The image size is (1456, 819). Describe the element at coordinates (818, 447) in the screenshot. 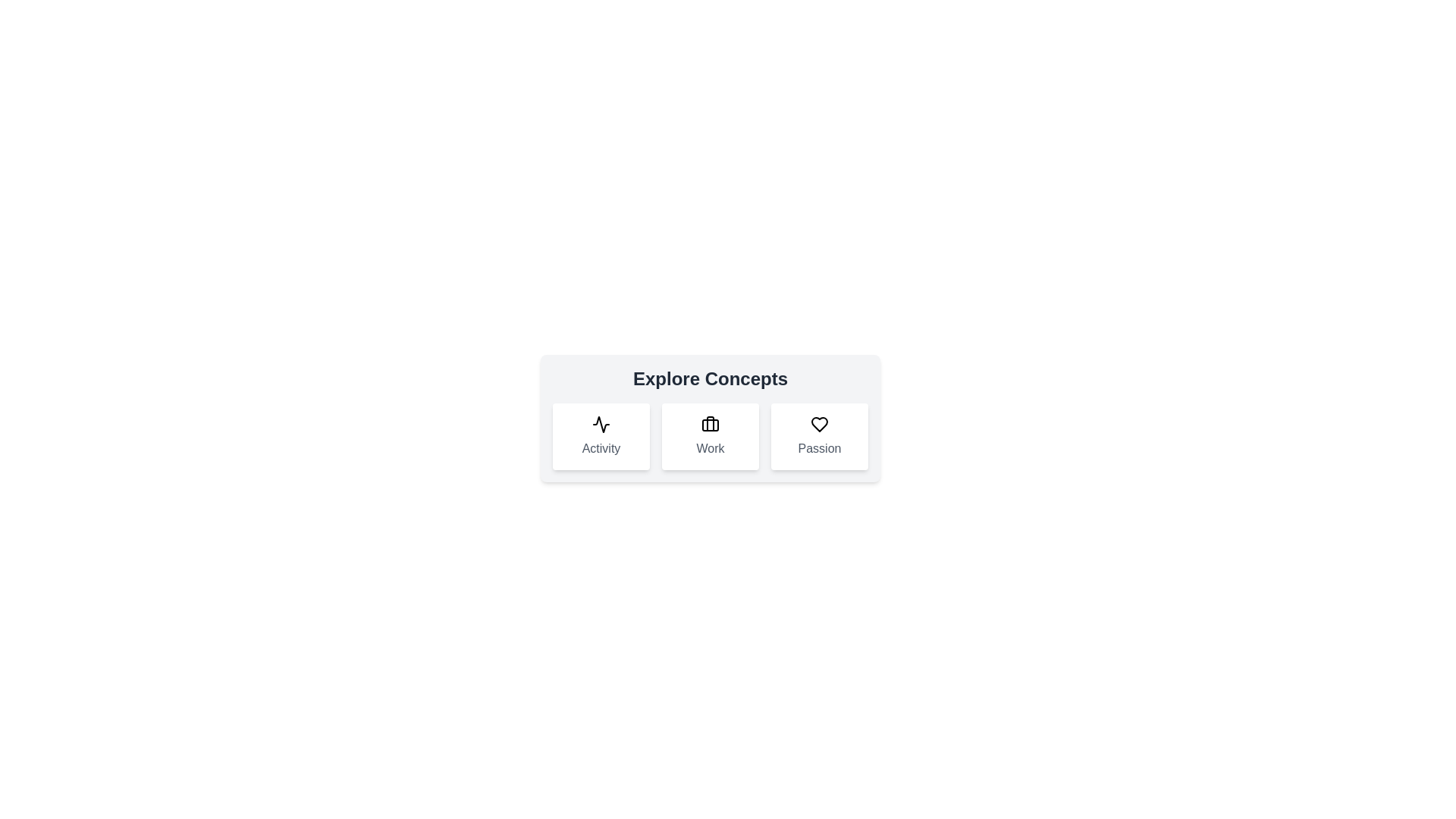

I see `the static text label located in the bottom-right card under the title 'Explore Concepts', which is positioned directly below a heart icon` at that location.